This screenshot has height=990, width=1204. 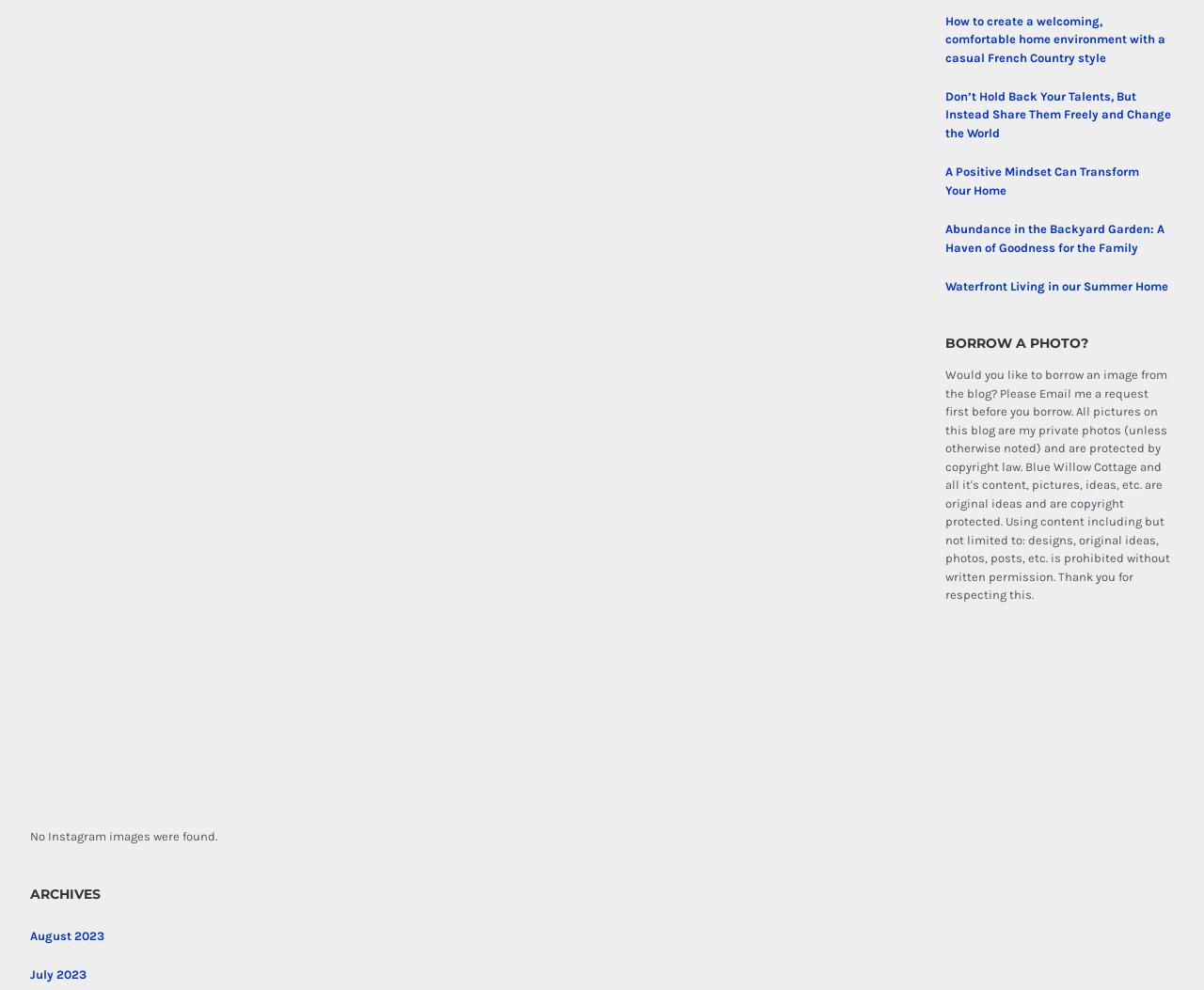 I want to click on 'Waterfront Living in our Summer Home', so click(x=1055, y=285).